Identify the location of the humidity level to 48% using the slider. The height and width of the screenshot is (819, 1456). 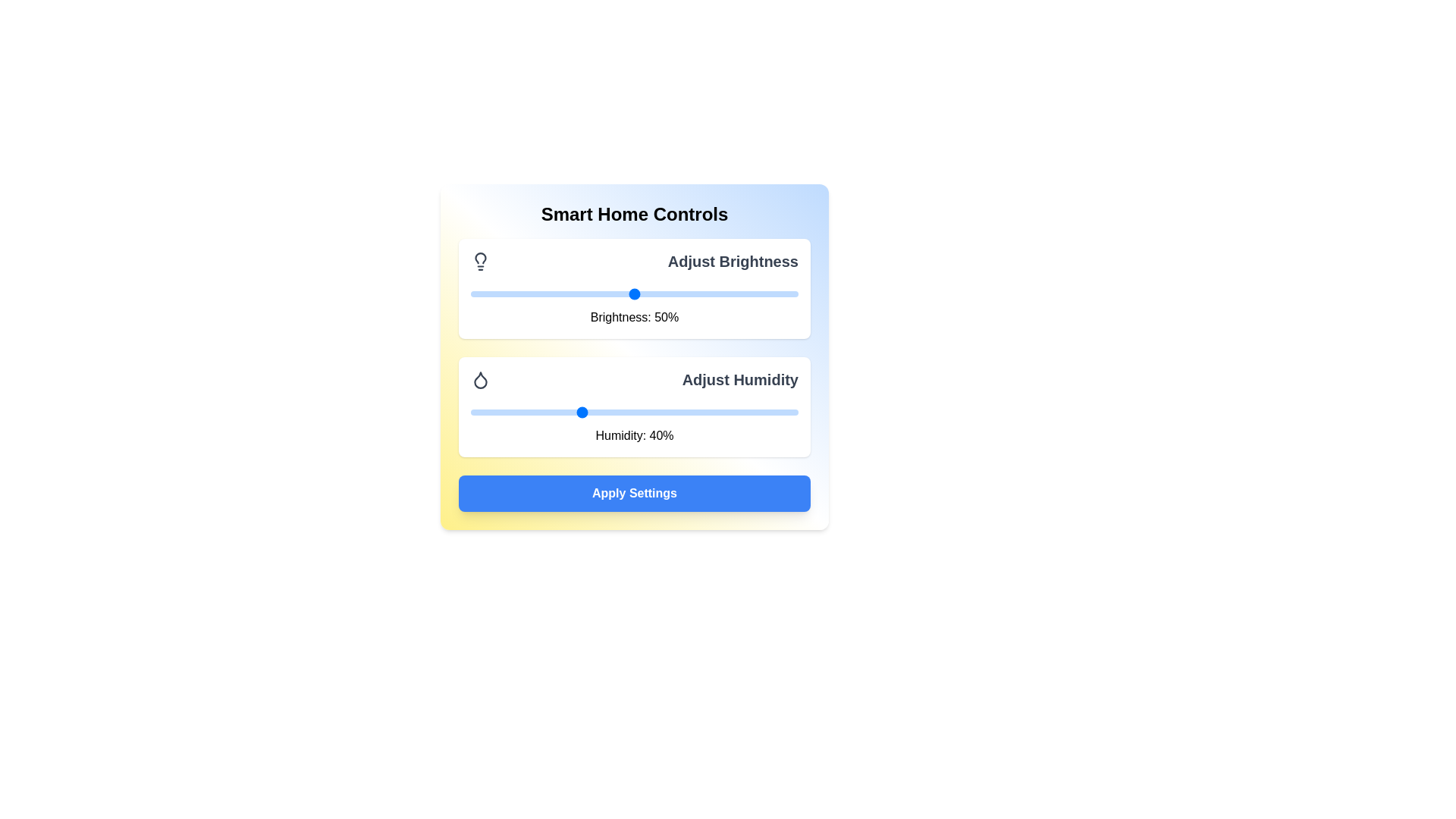
(623, 412).